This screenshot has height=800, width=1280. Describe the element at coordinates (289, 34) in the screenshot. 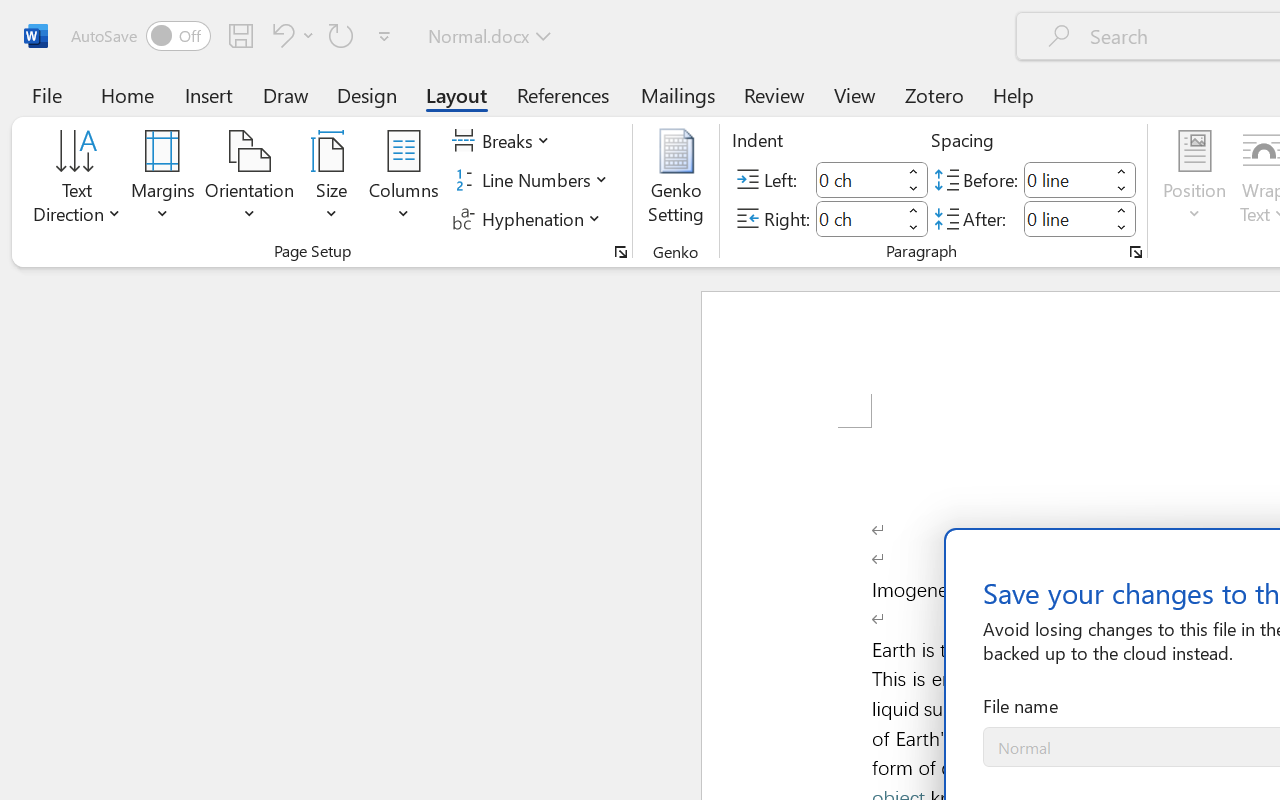

I see `'Undo Paste Destination Formatting'` at that location.